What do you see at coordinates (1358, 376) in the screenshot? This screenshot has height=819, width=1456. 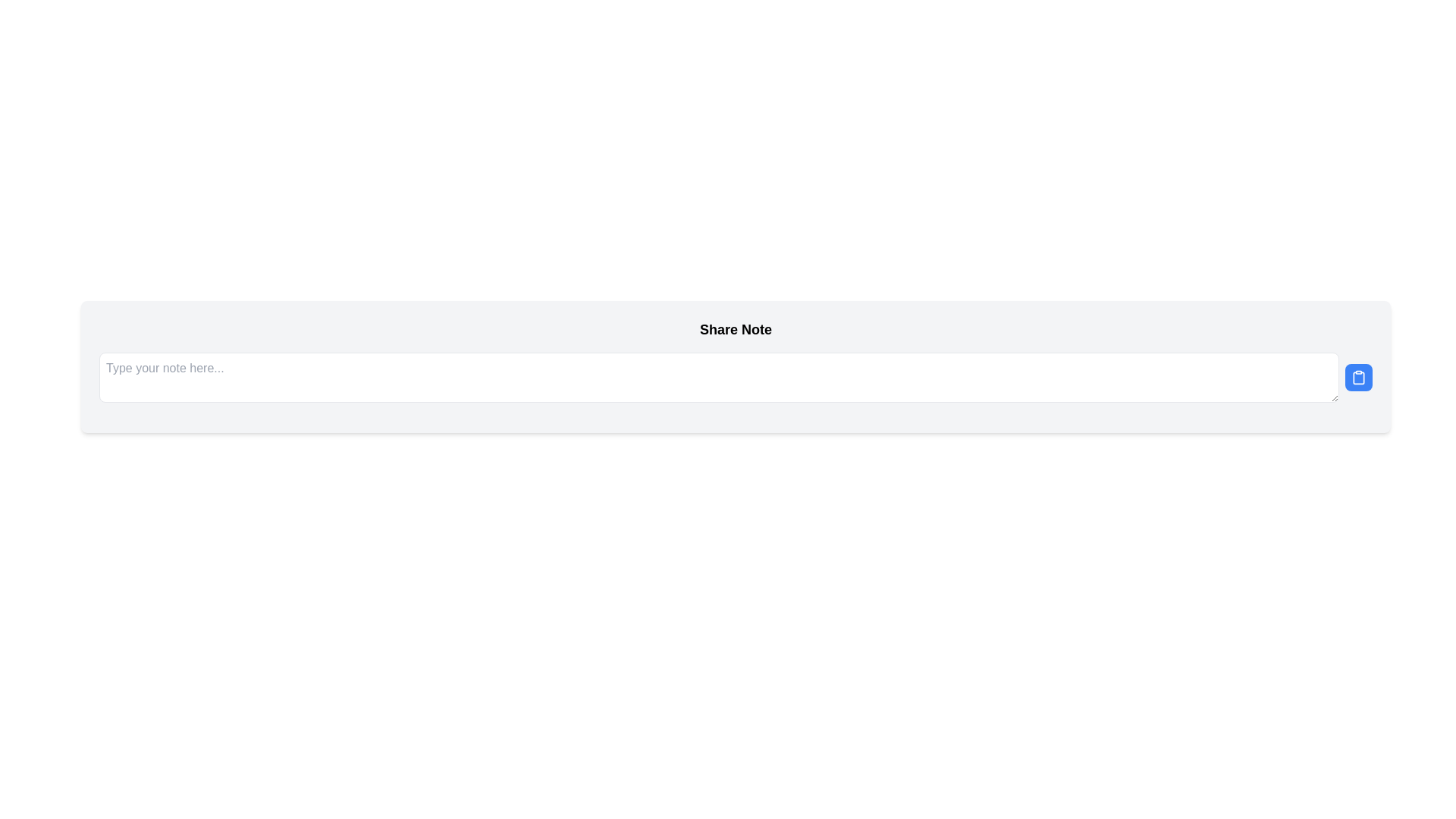 I see `the copy action button located at the far right end of the text input field` at bounding box center [1358, 376].